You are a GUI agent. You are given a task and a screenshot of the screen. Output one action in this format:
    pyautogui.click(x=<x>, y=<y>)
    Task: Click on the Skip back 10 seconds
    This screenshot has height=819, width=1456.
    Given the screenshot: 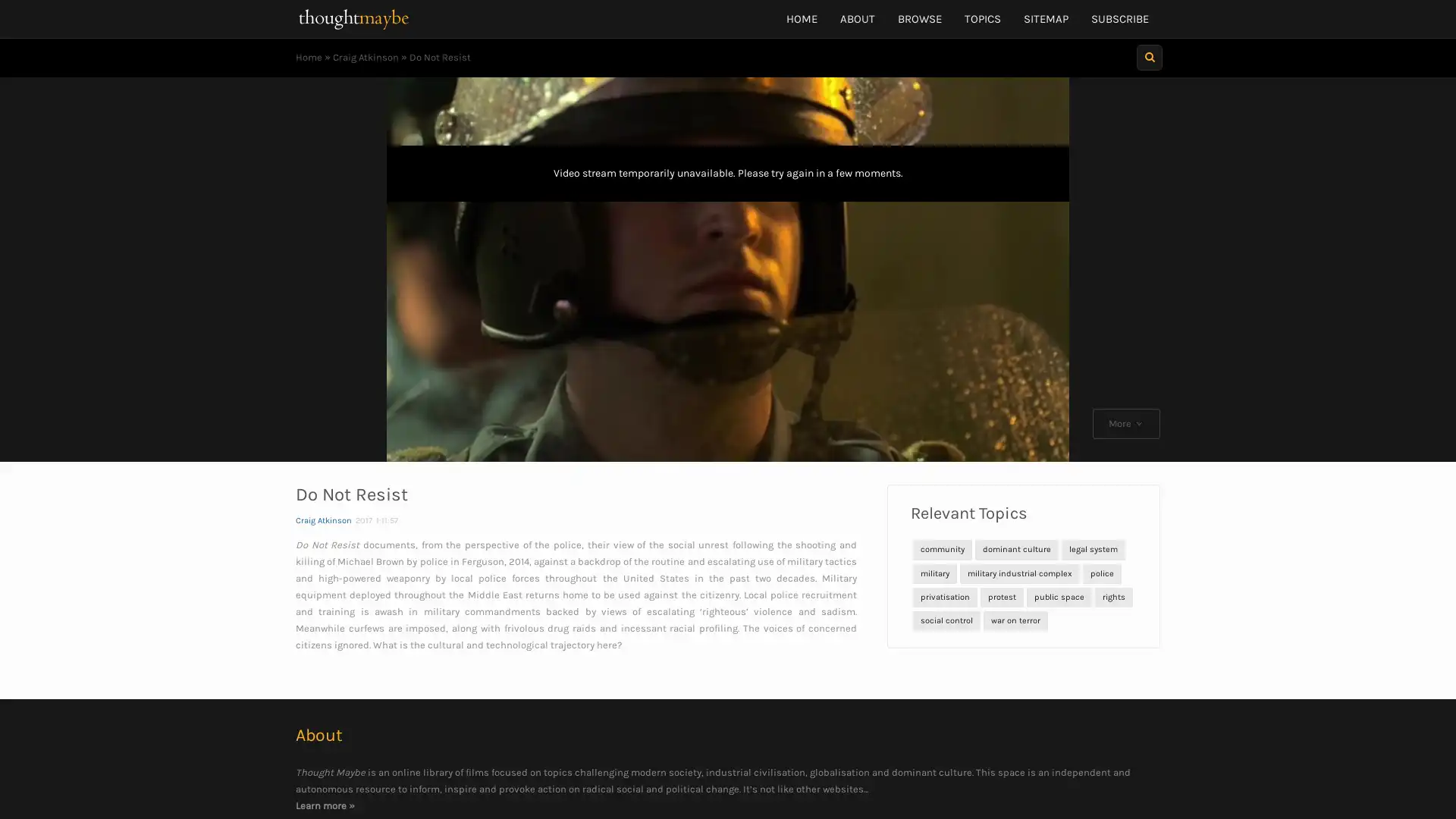 What is the action you would take?
    pyautogui.click(x=429, y=446)
    